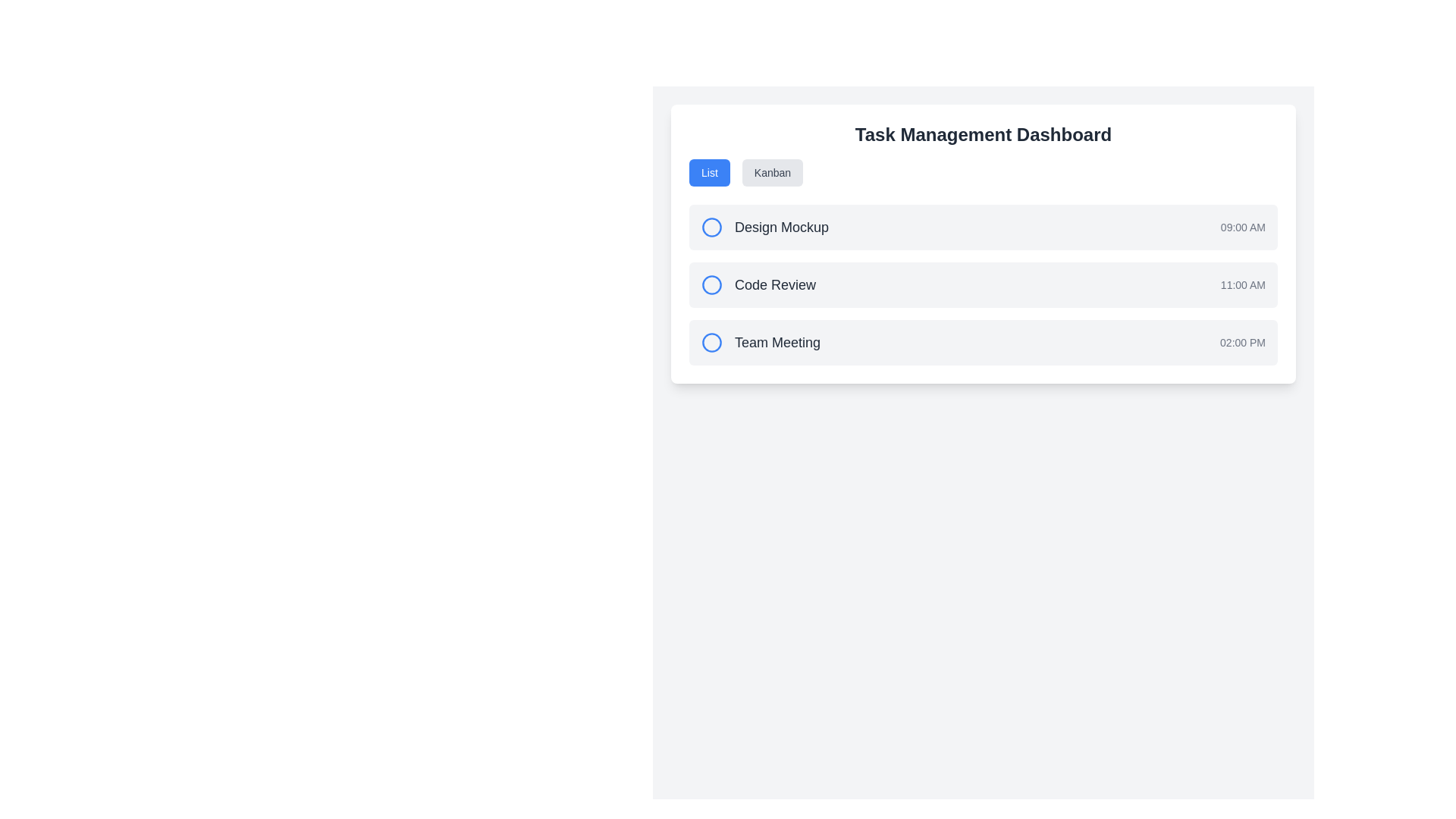 This screenshot has width=1456, height=819. I want to click on the blue circular icon styled as a checkbox, which is located to the left of the text 'Design Mockup' in the task list, so click(711, 227).